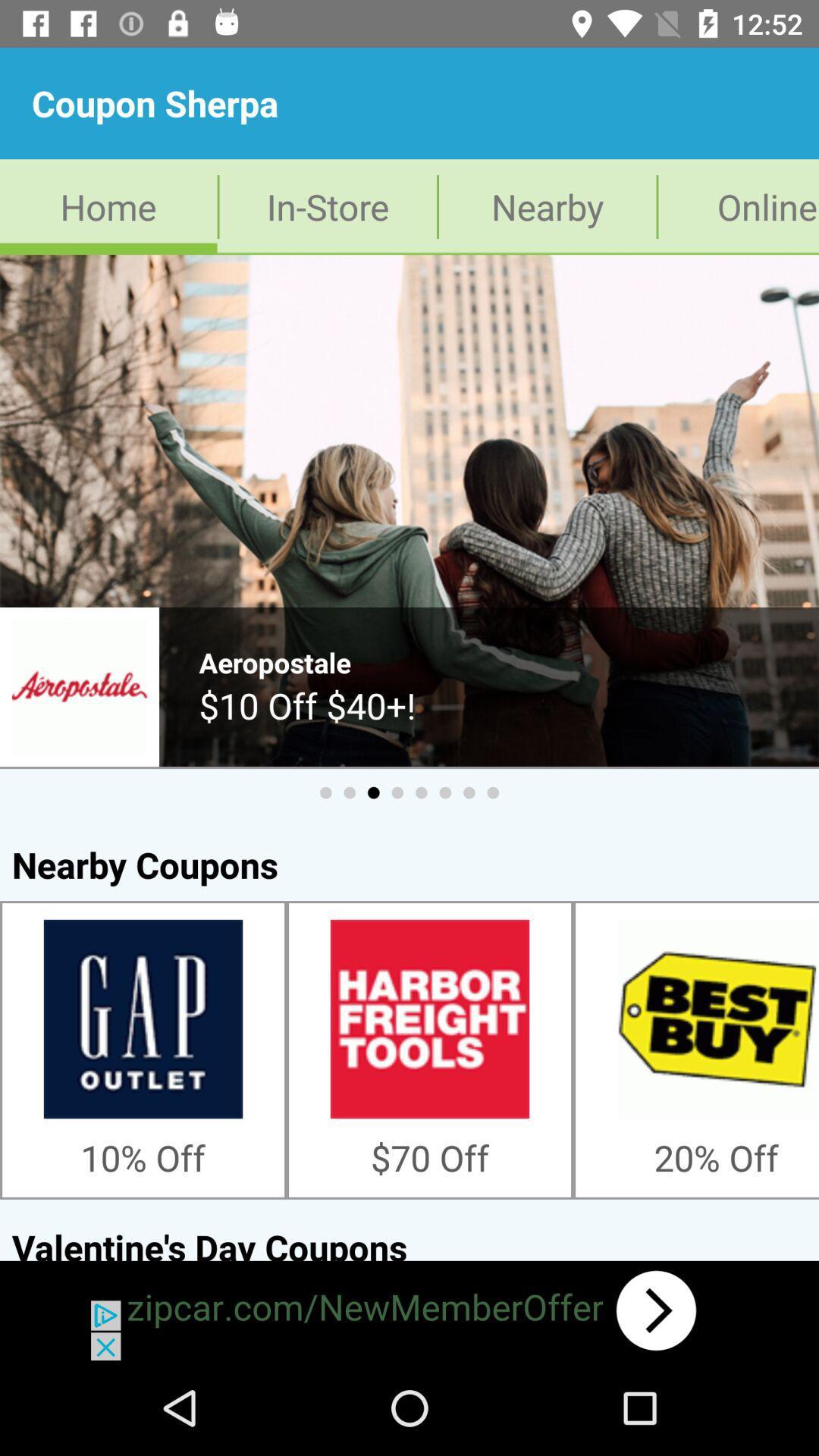 The height and width of the screenshot is (1456, 819). Describe the element at coordinates (409, 1310) in the screenshot. I see `open advertisement` at that location.